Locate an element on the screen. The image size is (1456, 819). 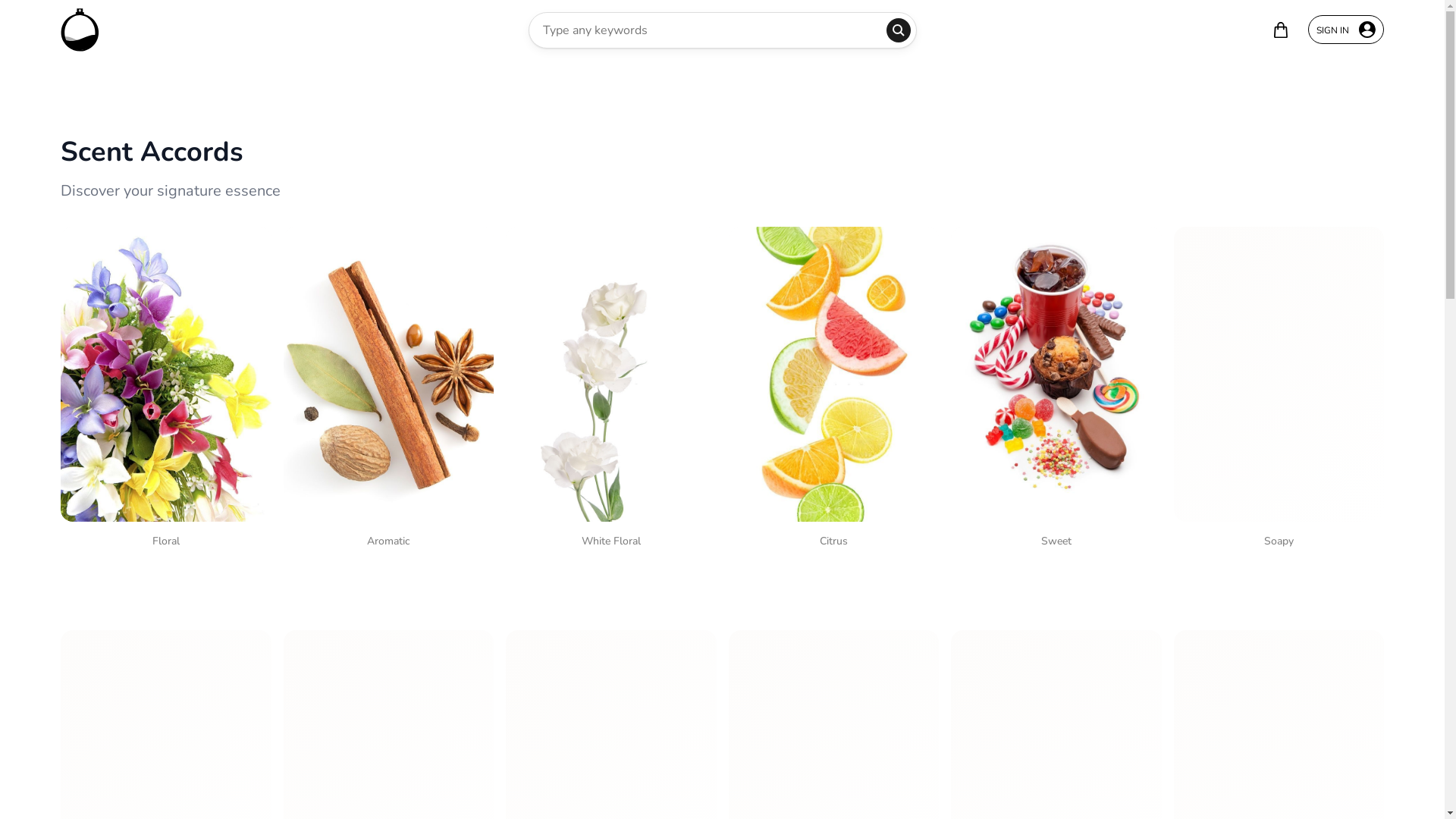
'Sweet' is located at coordinates (1055, 390).